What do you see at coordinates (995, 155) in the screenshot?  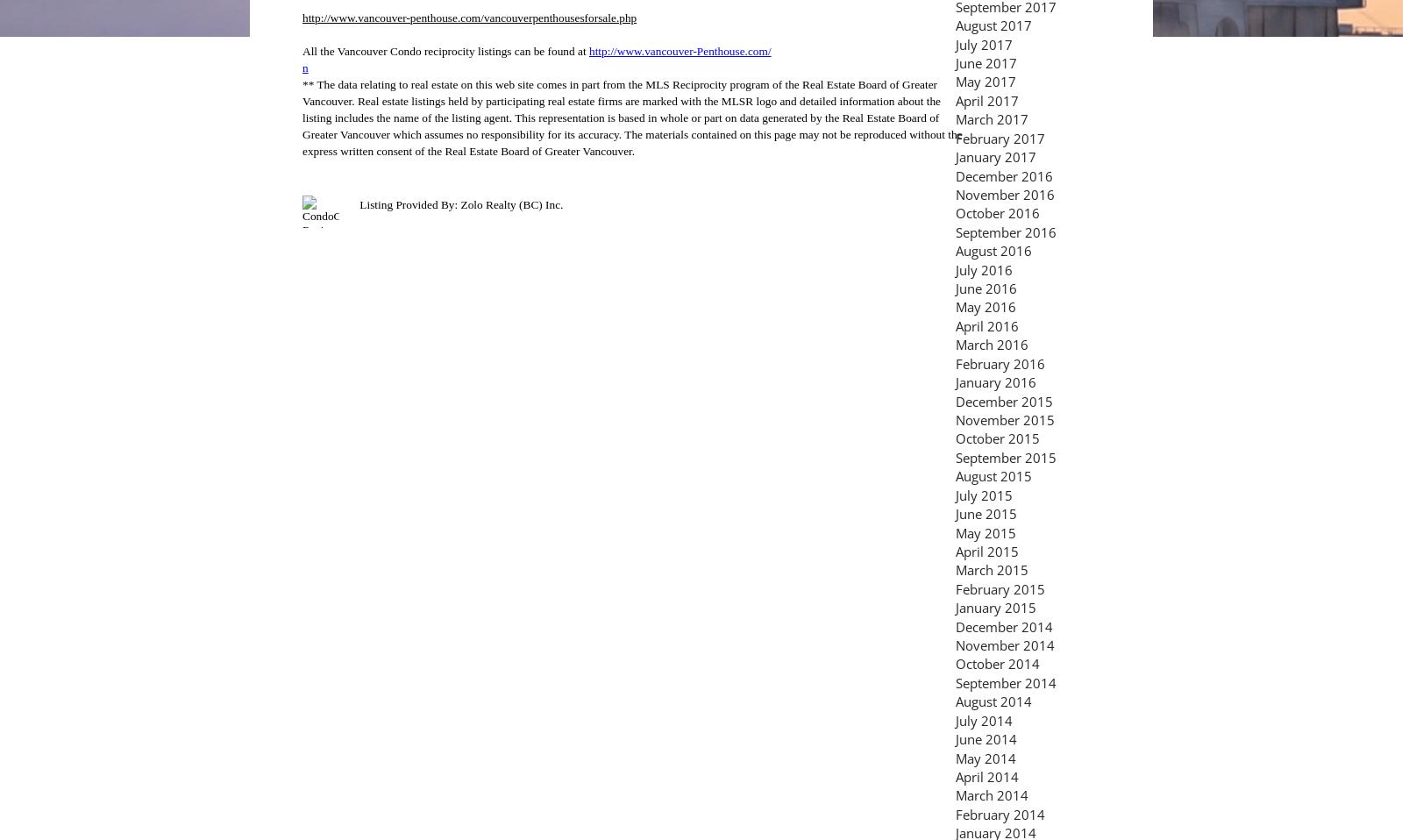 I see `'January 2017'` at bounding box center [995, 155].